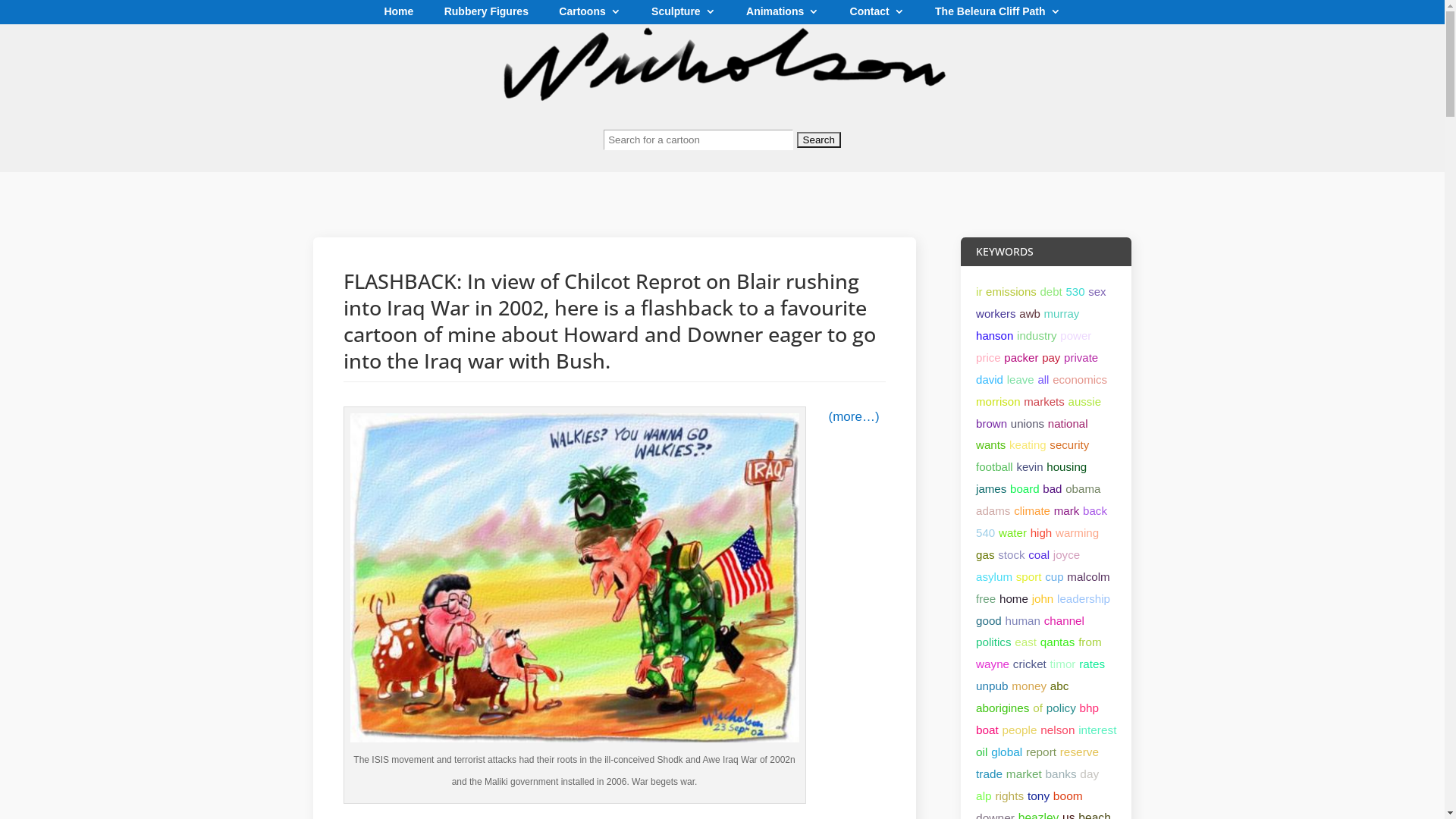  Describe the element at coordinates (1061, 312) in the screenshot. I see `'murray'` at that location.